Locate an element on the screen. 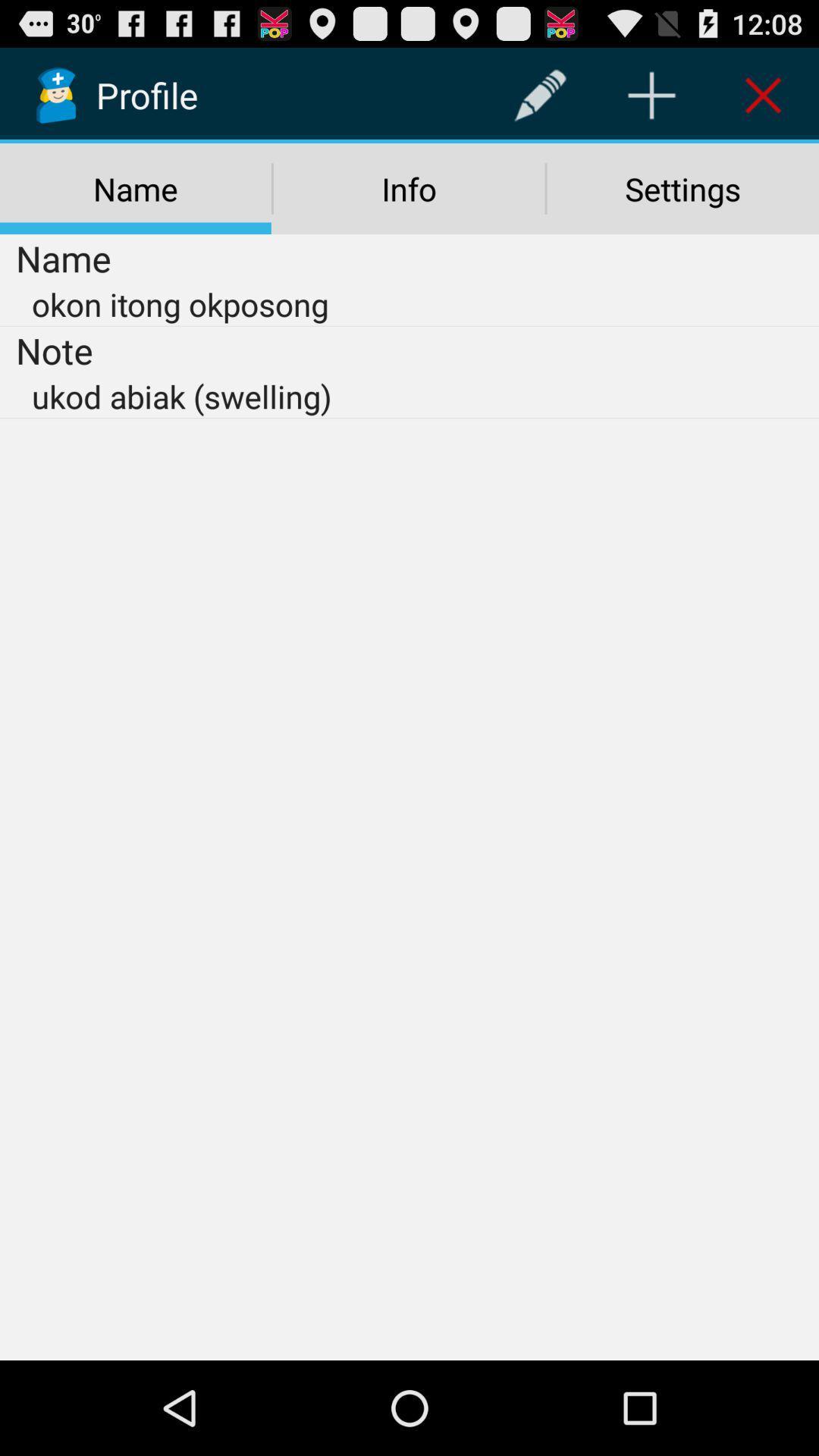 This screenshot has width=819, height=1456. the icon next to info item is located at coordinates (682, 188).